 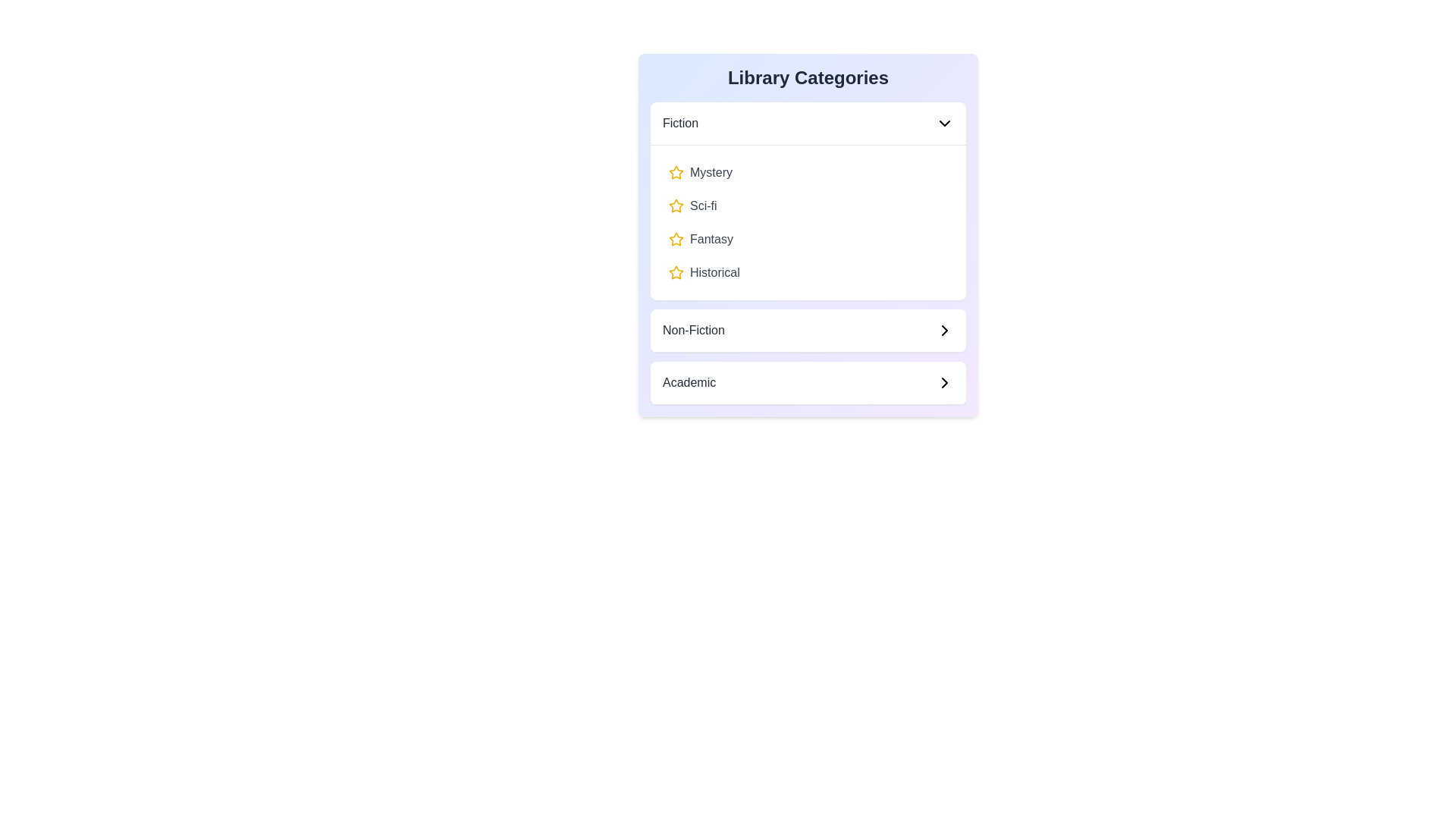 I want to click on the item Historical from the expanded 'Fiction' category, so click(x=807, y=271).